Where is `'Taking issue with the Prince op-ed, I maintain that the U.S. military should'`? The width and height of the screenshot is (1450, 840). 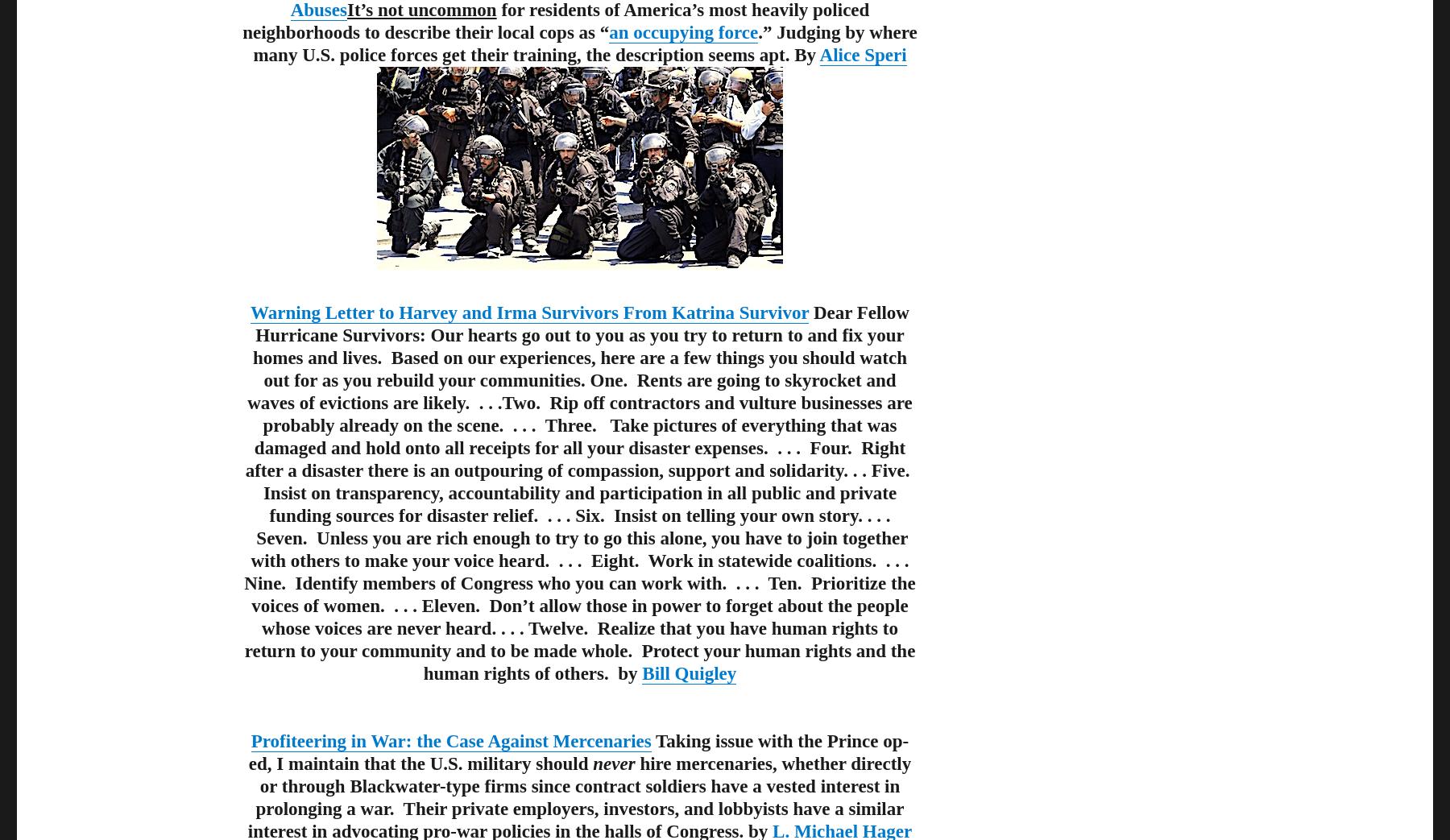
'Taking issue with the Prince op-ed, I maintain that the U.S. military should' is located at coordinates (578, 751).